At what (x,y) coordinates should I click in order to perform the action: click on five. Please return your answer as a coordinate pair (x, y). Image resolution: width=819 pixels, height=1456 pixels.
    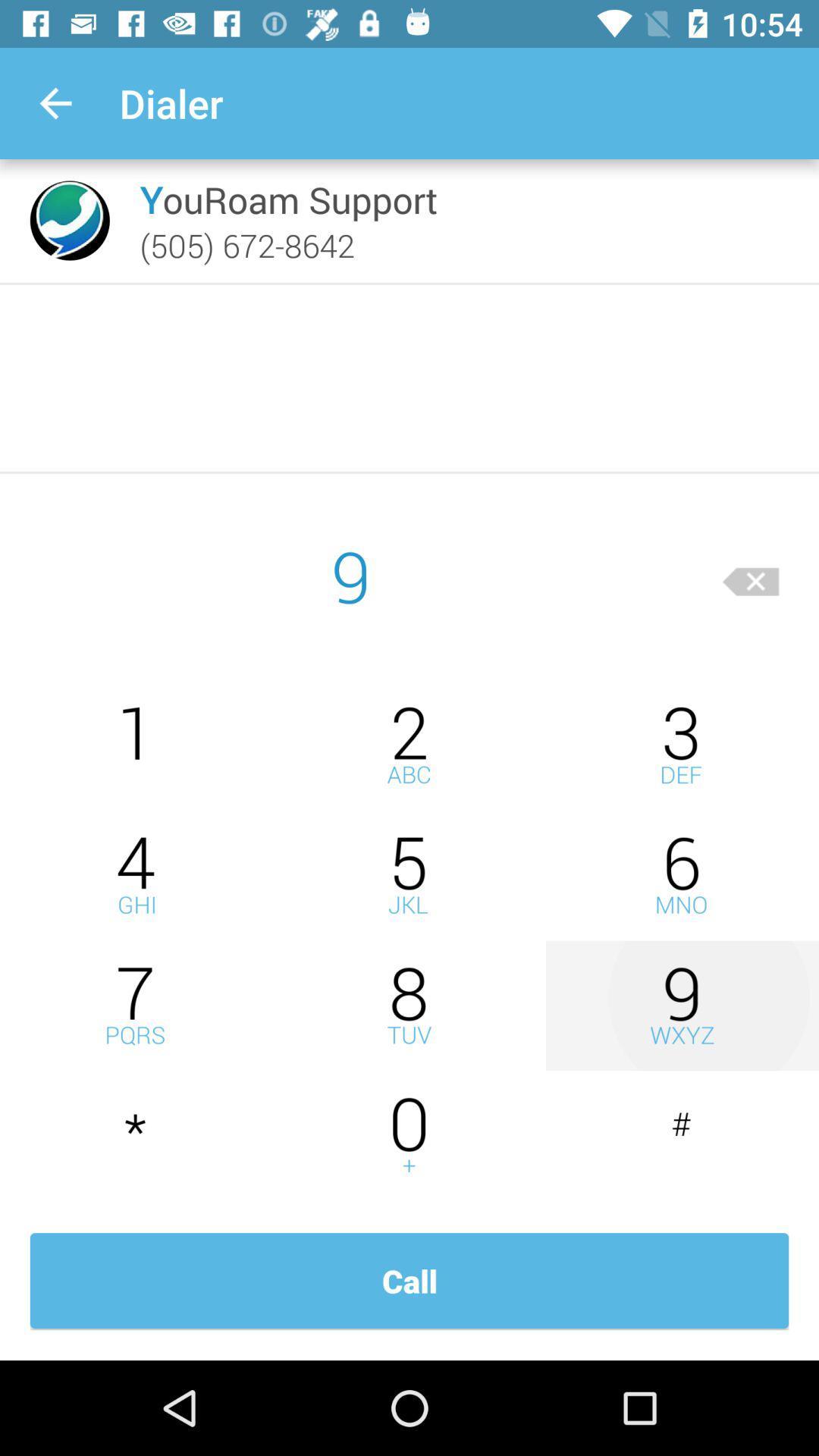
    Looking at the image, I should click on (409, 875).